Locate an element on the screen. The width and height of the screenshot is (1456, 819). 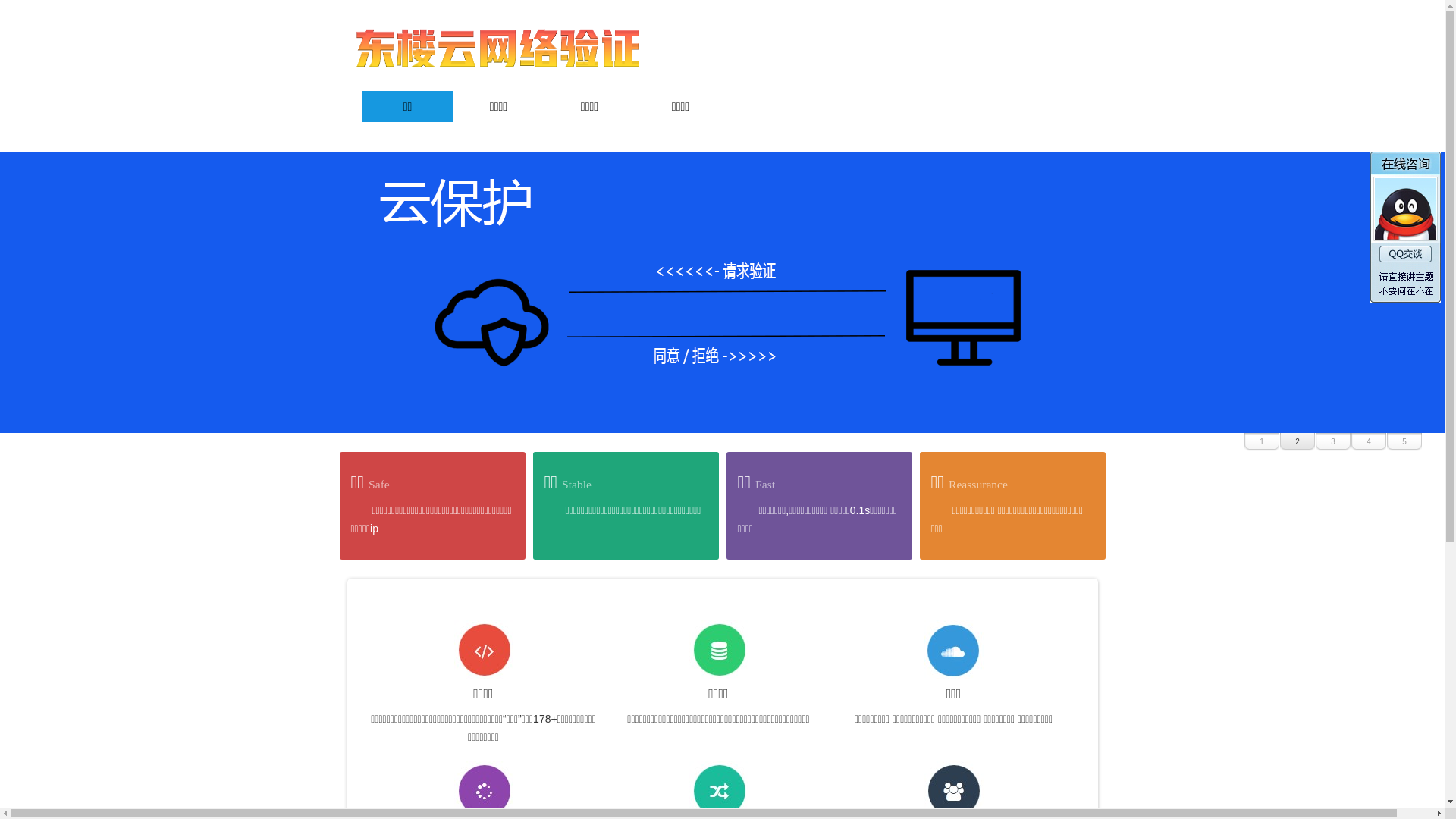
'3' is located at coordinates (1314, 441).